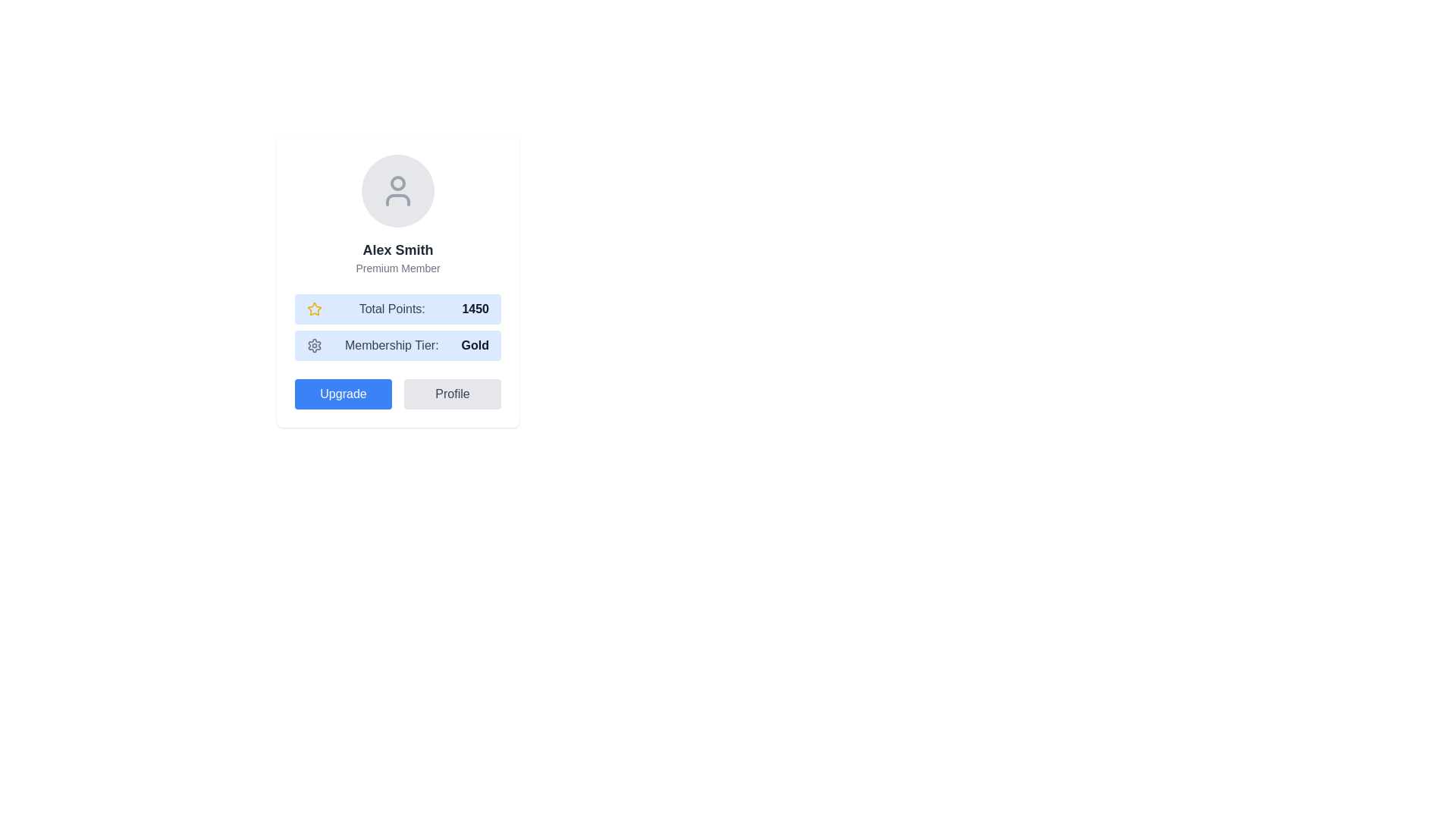  What do you see at coordinates (397, 249) in the screenshot?
I see `the text label displaying 'Alex Smith' in bold, large font, which is prominently positioned in the profile card layout` at bounding box center [397, 249].